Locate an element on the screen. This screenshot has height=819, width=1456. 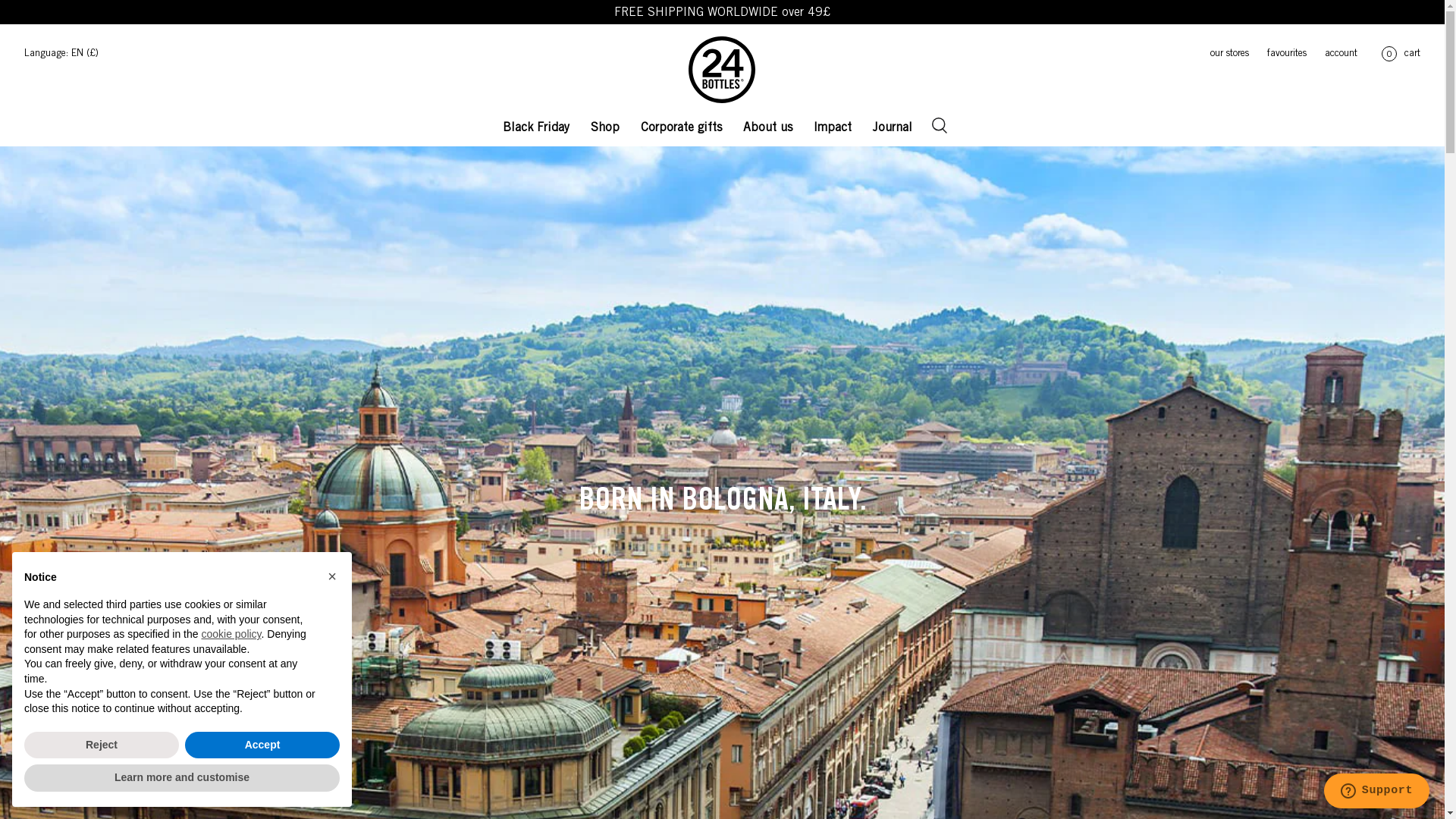
'Shop' is located at coordinates (604, 124).